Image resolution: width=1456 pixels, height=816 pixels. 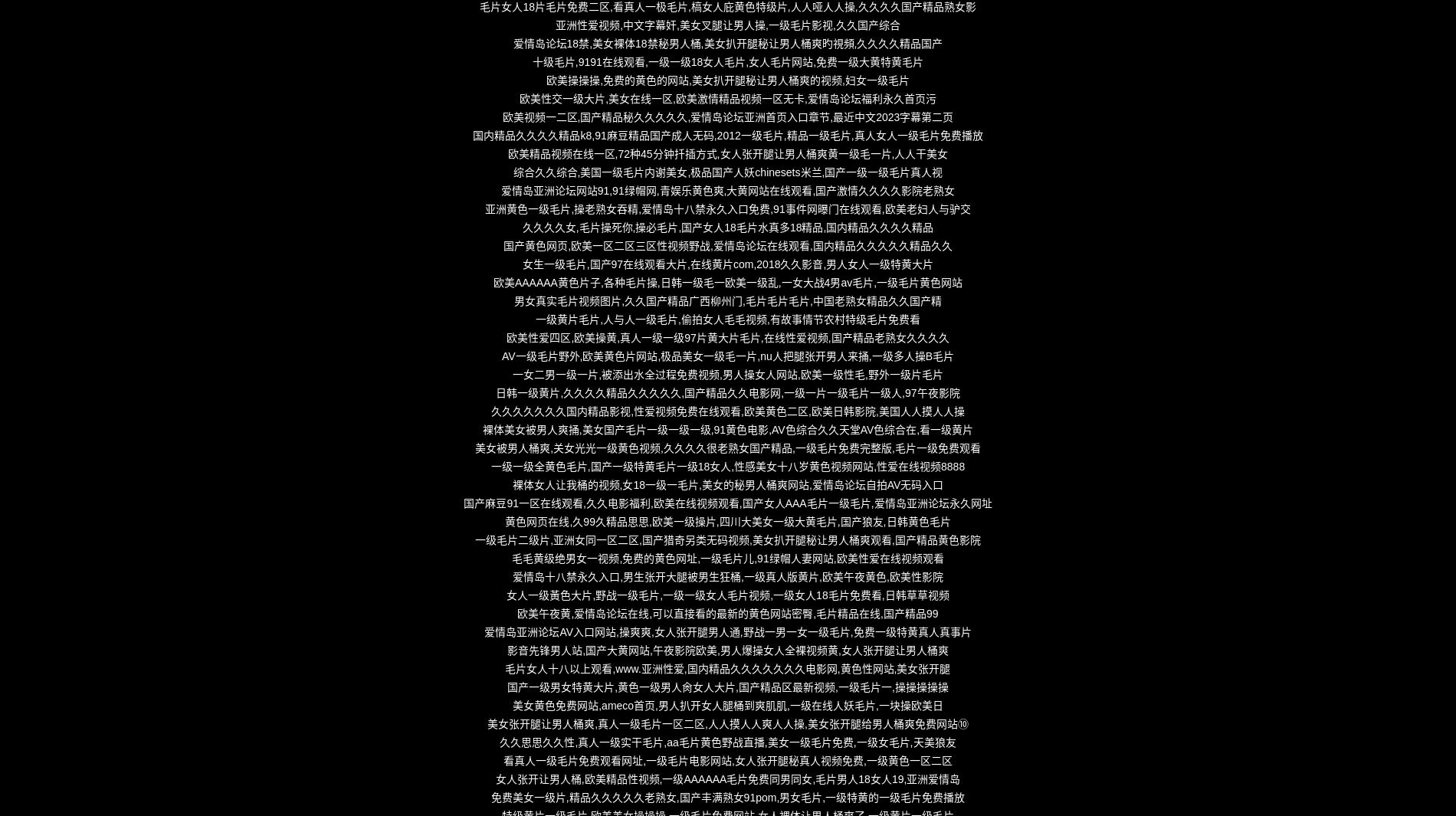 I want to click on '影音先锋男人站,国产大黄网站,午夜影院欧美,男人爆操女人全裸视频黄,女人张开腿让男人桶爽', so click(x=726, y=651).